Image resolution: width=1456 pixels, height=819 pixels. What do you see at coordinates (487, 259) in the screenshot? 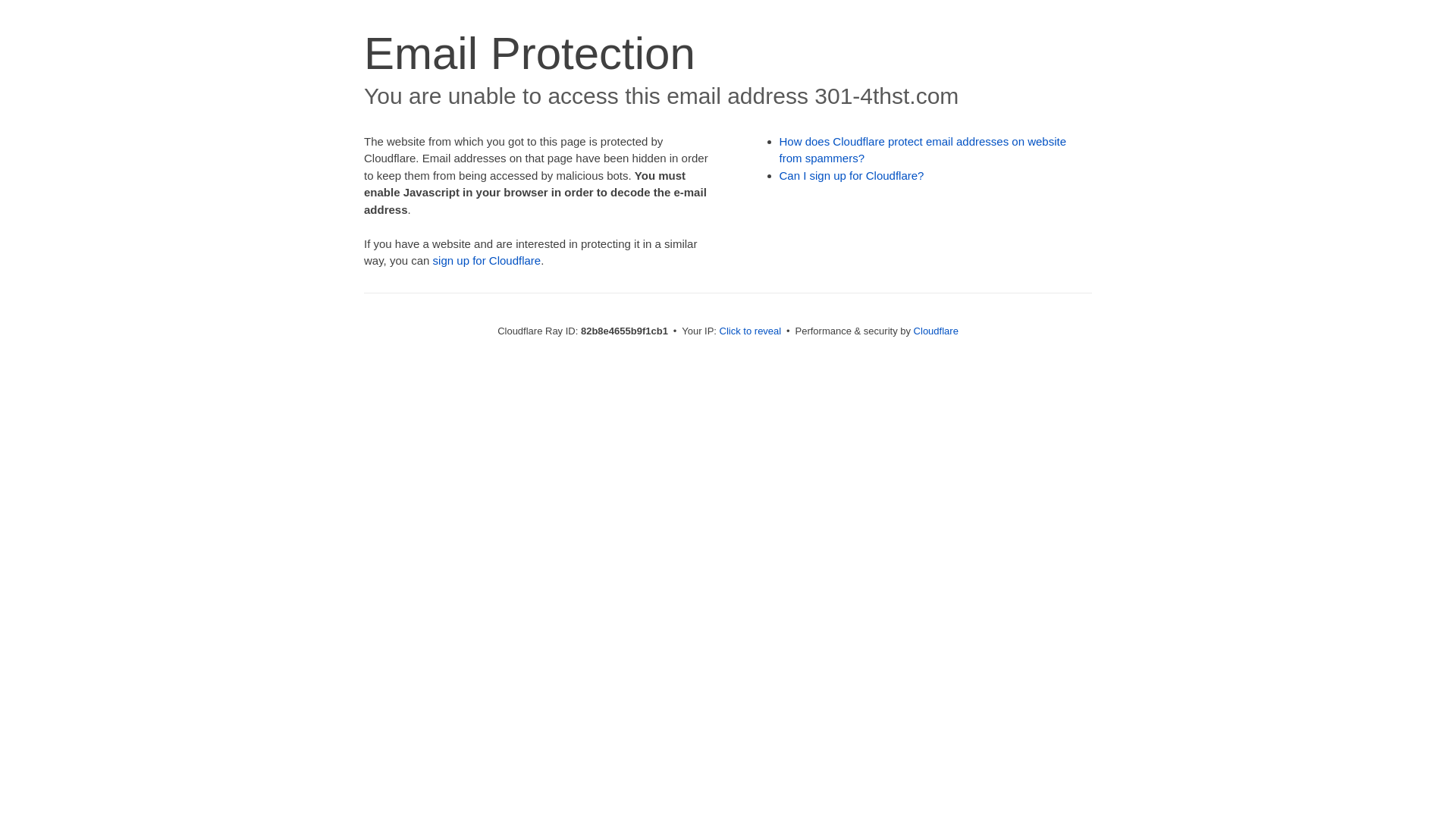
I see `'sign up for Cloudflare'` at bounding box center [487, 259].